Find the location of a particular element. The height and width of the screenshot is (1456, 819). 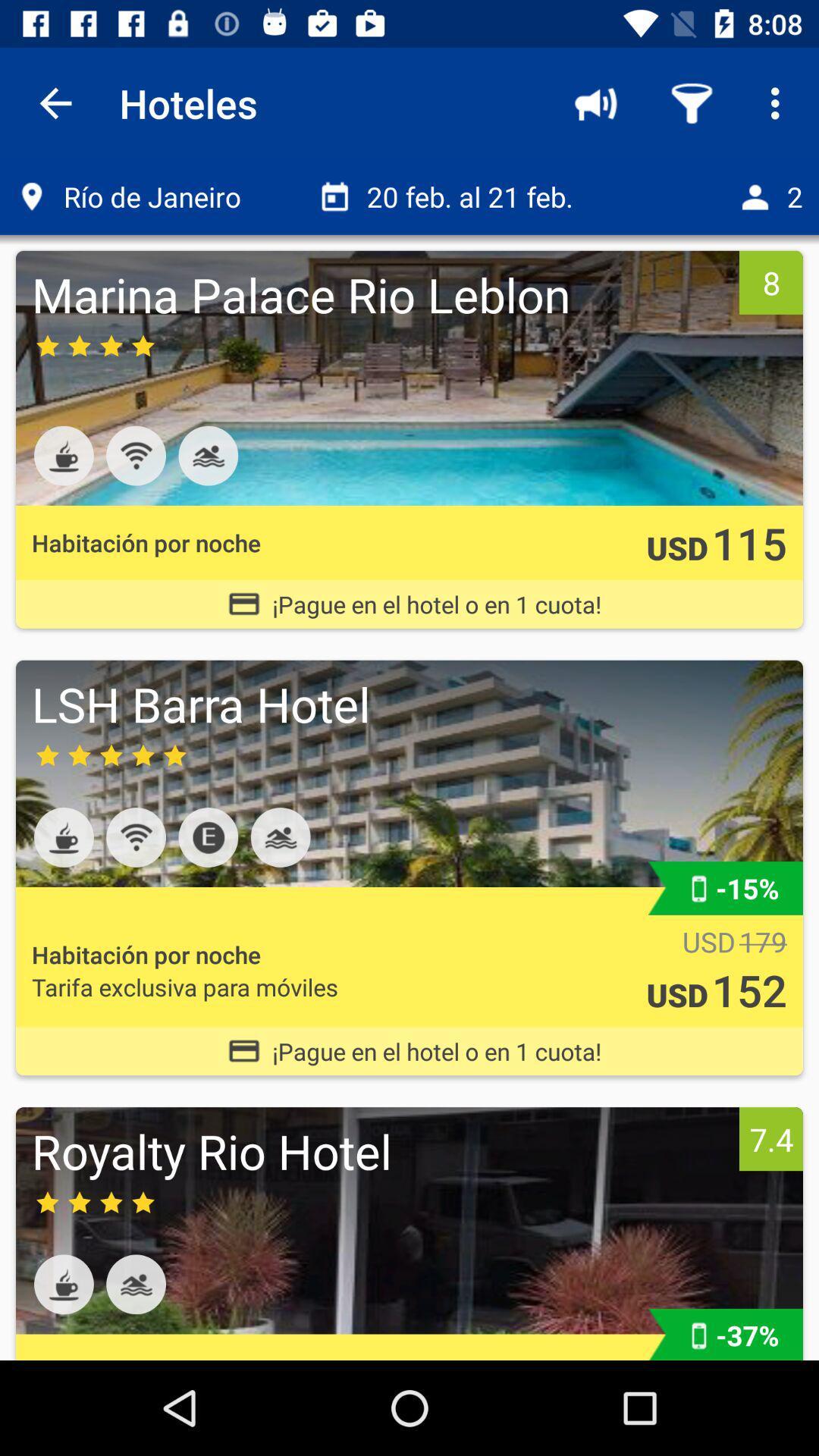

the 179 icon is located at coordinates (763, 941).